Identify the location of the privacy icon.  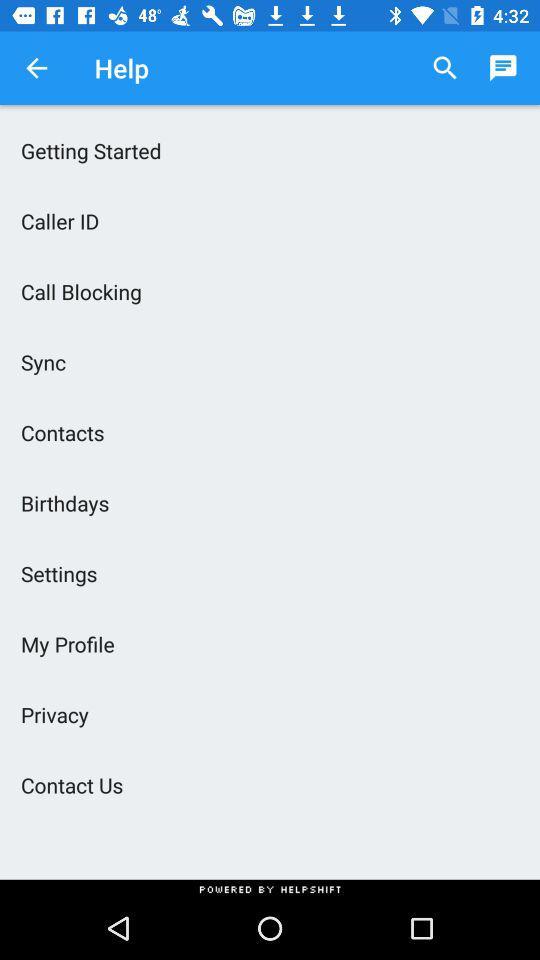
(270, 714).